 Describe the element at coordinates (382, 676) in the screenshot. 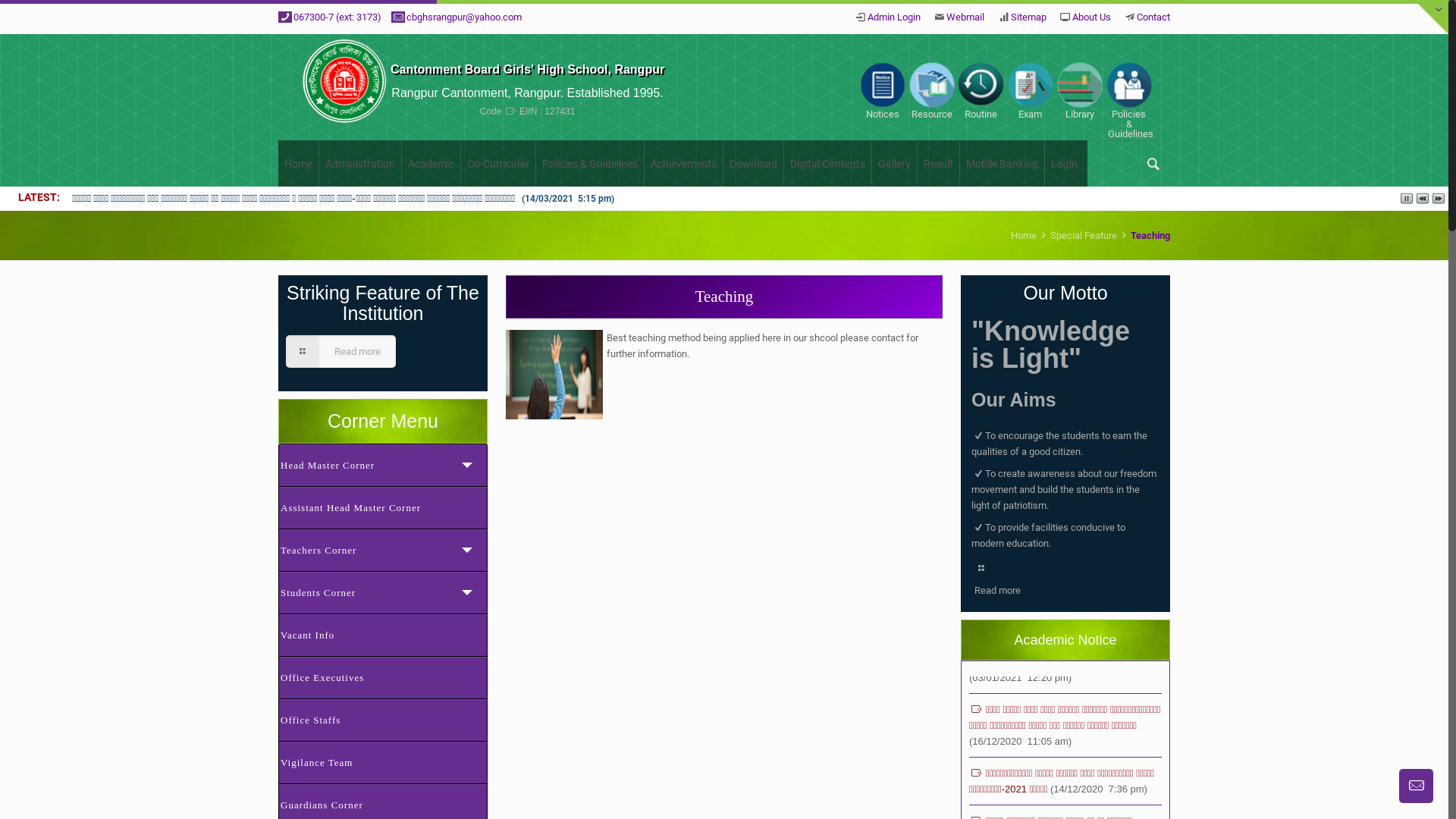

I see `'Office Executives'` at that location.